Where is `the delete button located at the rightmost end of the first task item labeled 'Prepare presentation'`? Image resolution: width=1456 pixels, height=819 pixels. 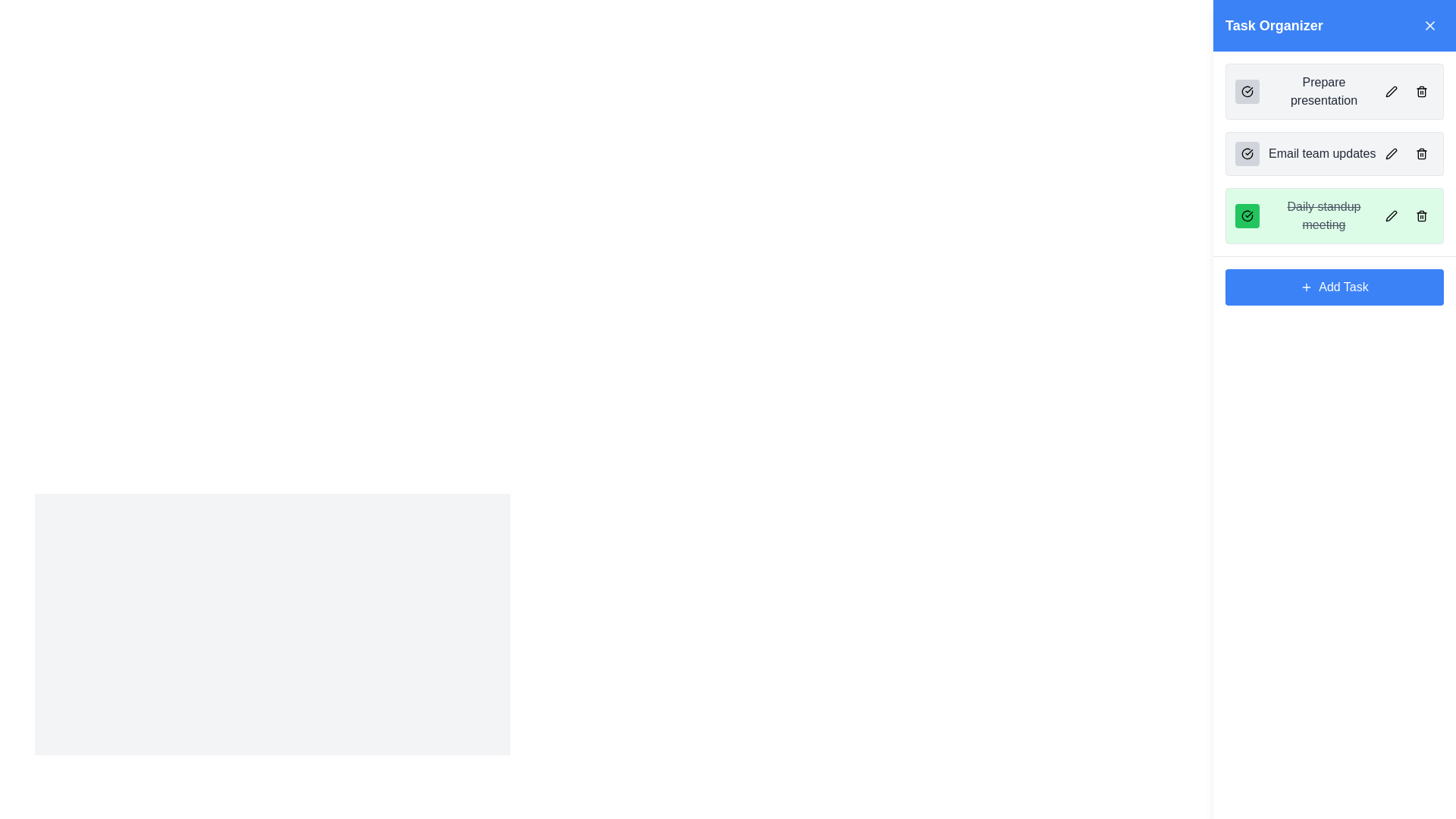 the delete button located at the rightmost end of the first task item labeled 'Prepare presentation' is located at coordinates (1421, 91).